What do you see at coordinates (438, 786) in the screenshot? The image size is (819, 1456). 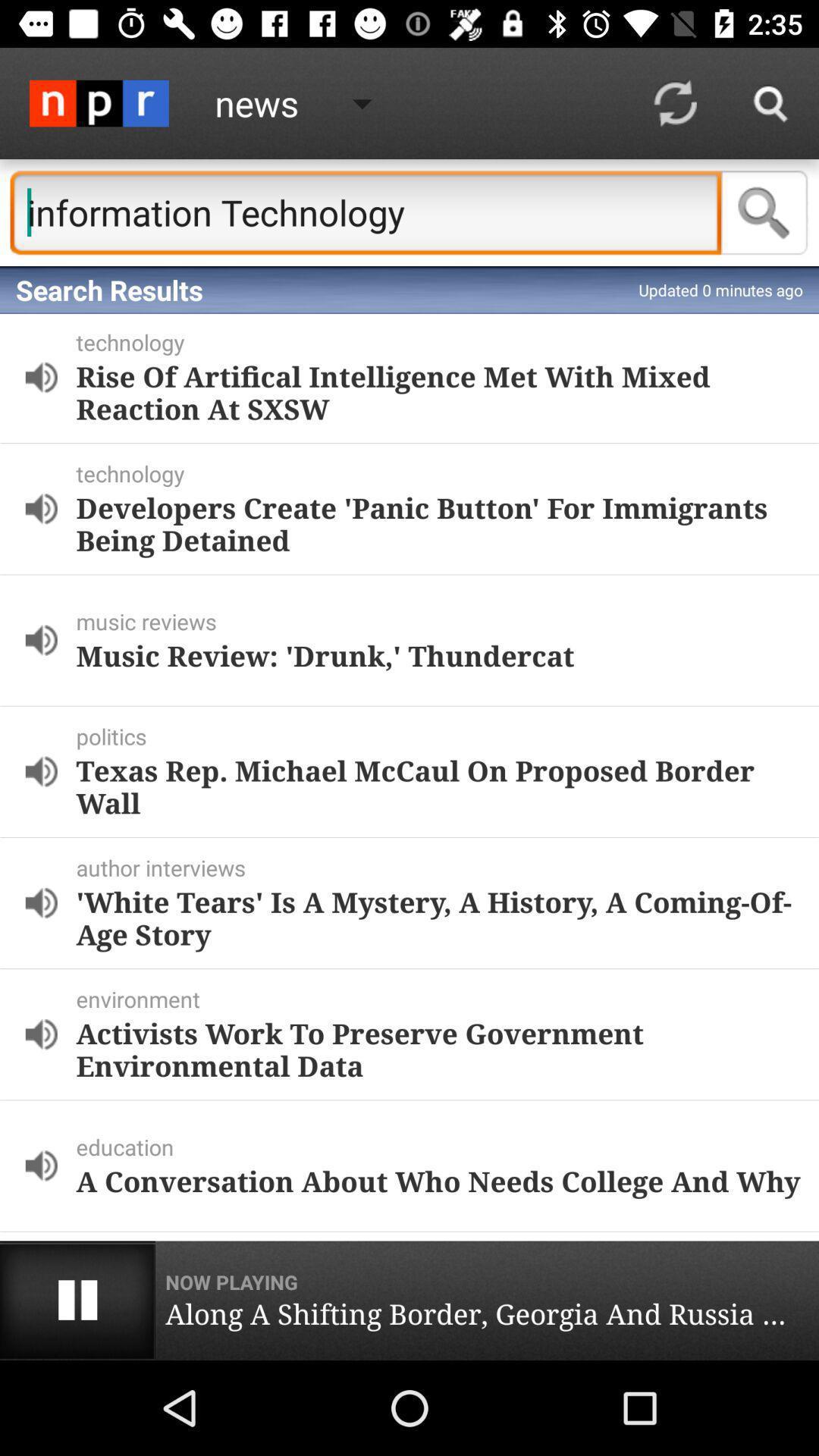 I see `the item above author interviews item` at bounding box center [438, 786].